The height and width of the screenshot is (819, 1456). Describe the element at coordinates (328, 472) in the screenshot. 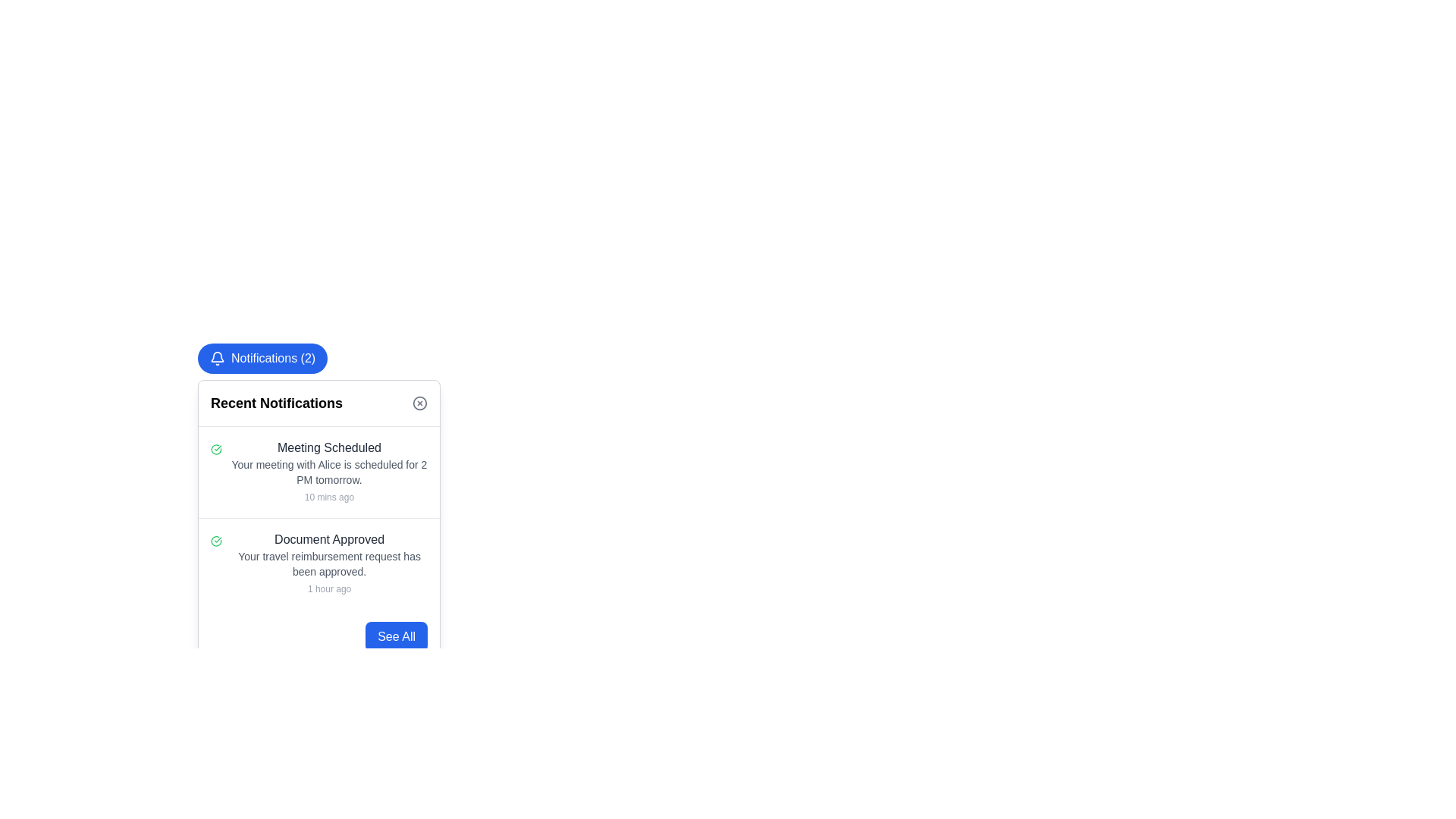

I see `the Notification item that conveys information about a scheduled meeting event located` at that location.